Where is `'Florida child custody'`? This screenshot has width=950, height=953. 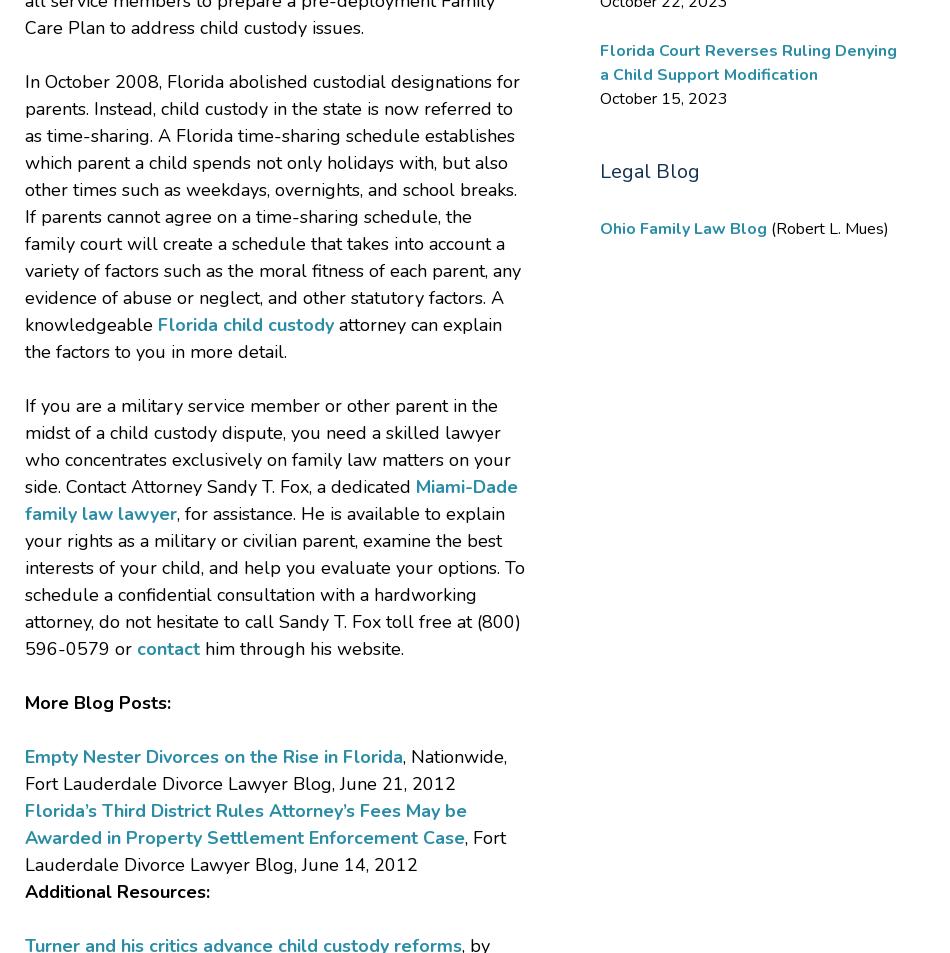
'Florida child custody' is located at coordinates (244, 323).